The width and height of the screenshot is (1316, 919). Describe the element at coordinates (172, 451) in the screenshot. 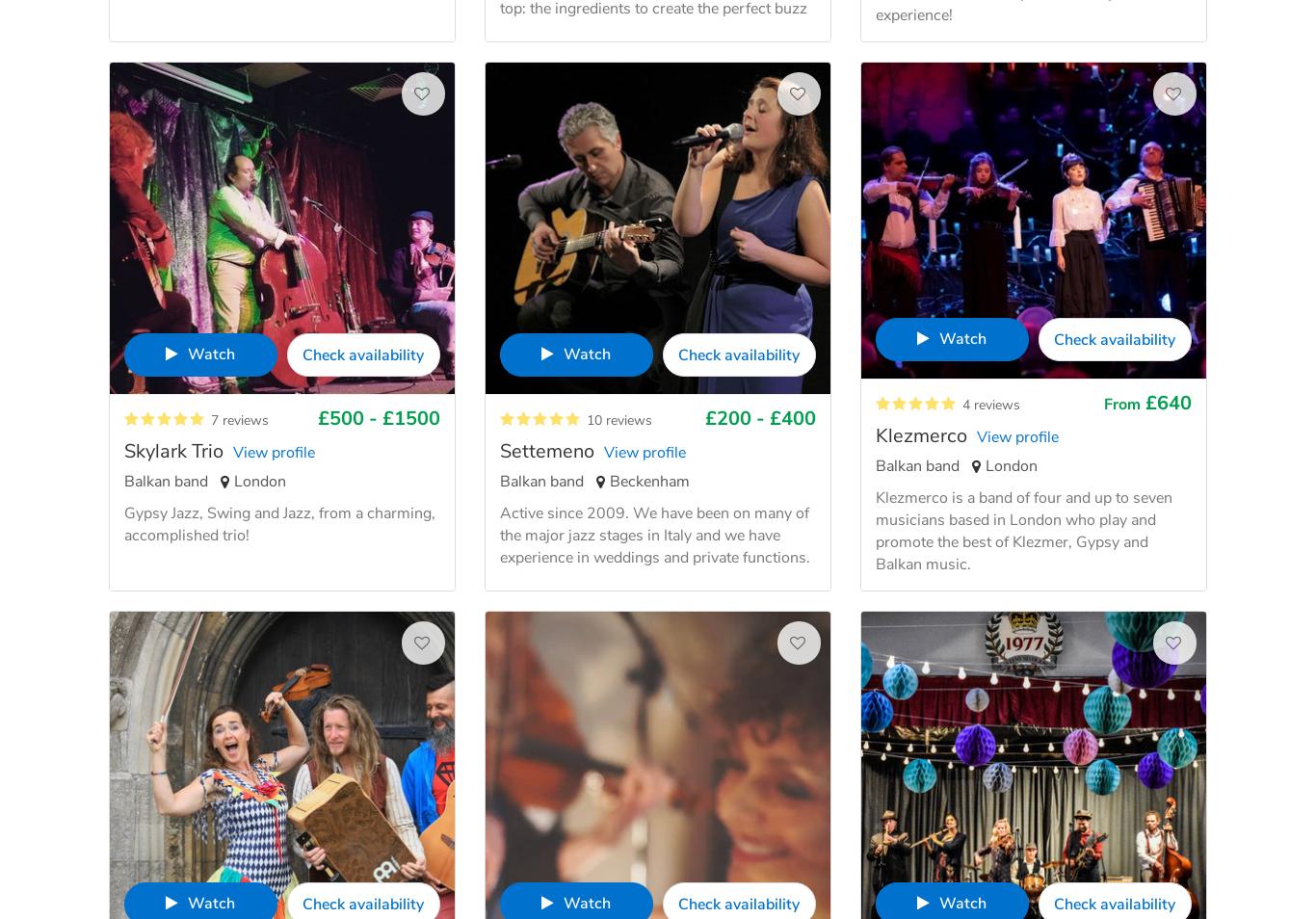

I see `'Skylark Trio'` at that location.